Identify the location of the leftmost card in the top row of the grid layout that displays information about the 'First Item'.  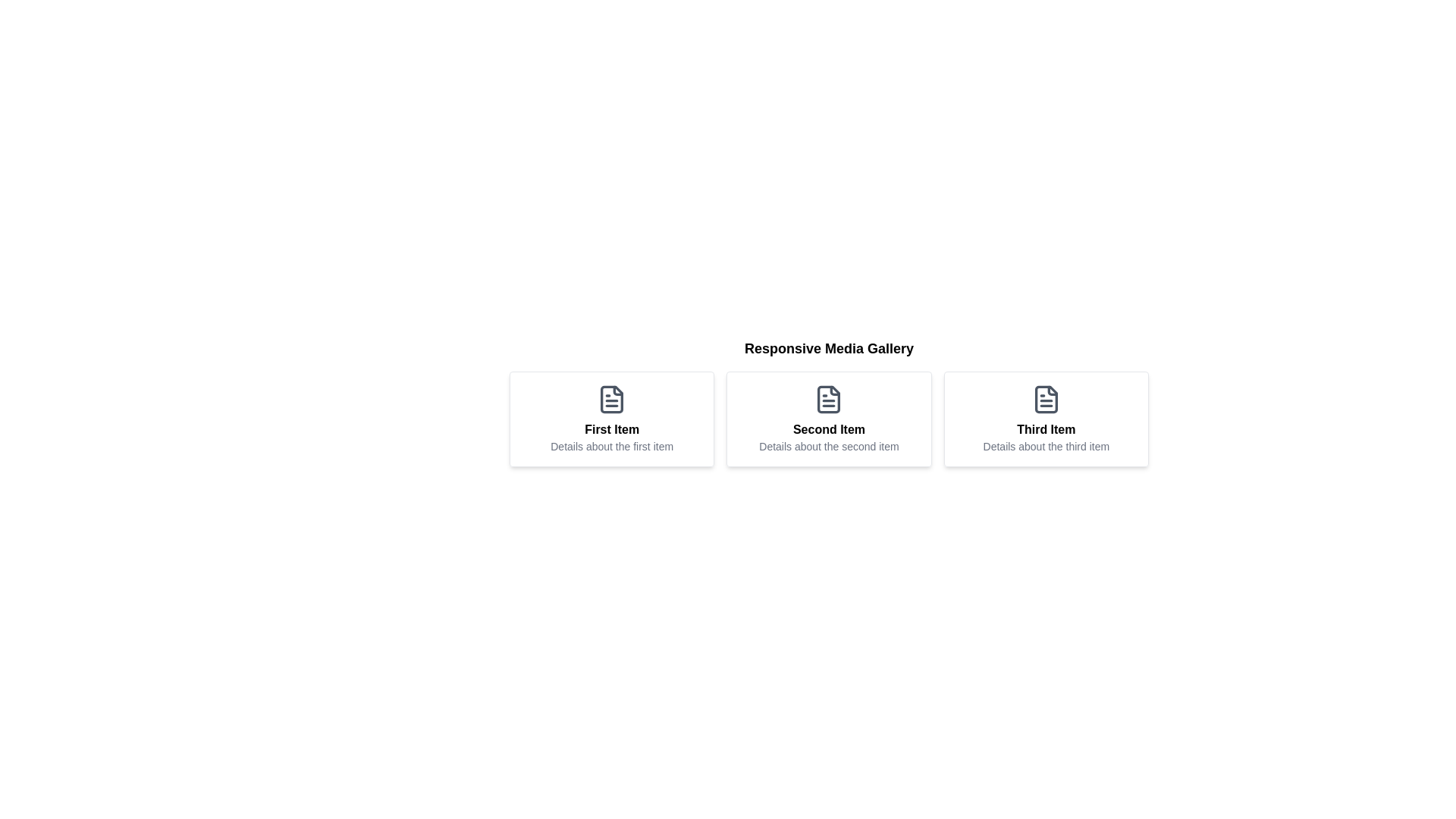
(612, 419).